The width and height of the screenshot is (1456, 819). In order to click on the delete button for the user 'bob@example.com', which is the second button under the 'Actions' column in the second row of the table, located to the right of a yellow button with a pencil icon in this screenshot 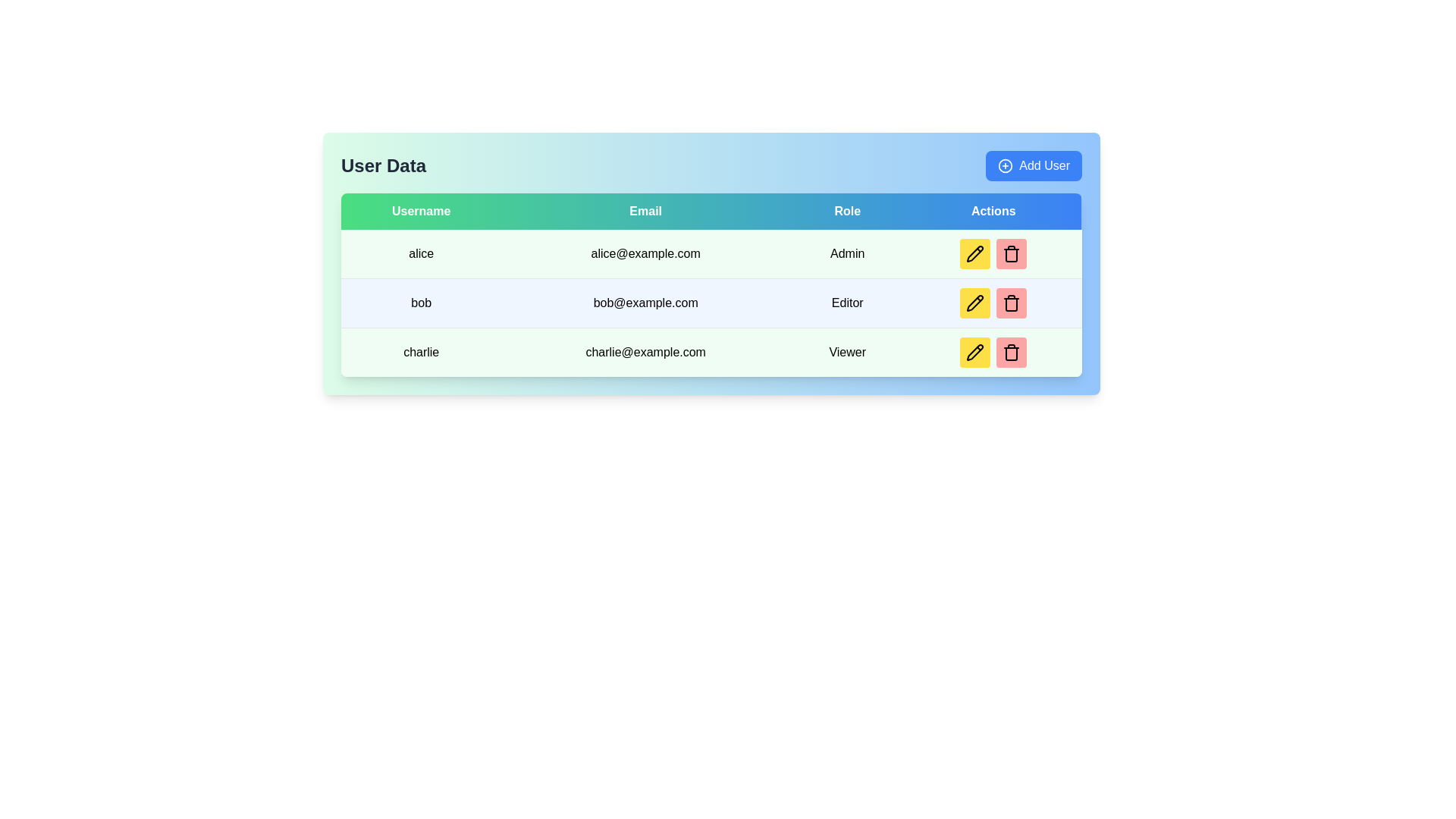, I will do `click(1012, 303)`.